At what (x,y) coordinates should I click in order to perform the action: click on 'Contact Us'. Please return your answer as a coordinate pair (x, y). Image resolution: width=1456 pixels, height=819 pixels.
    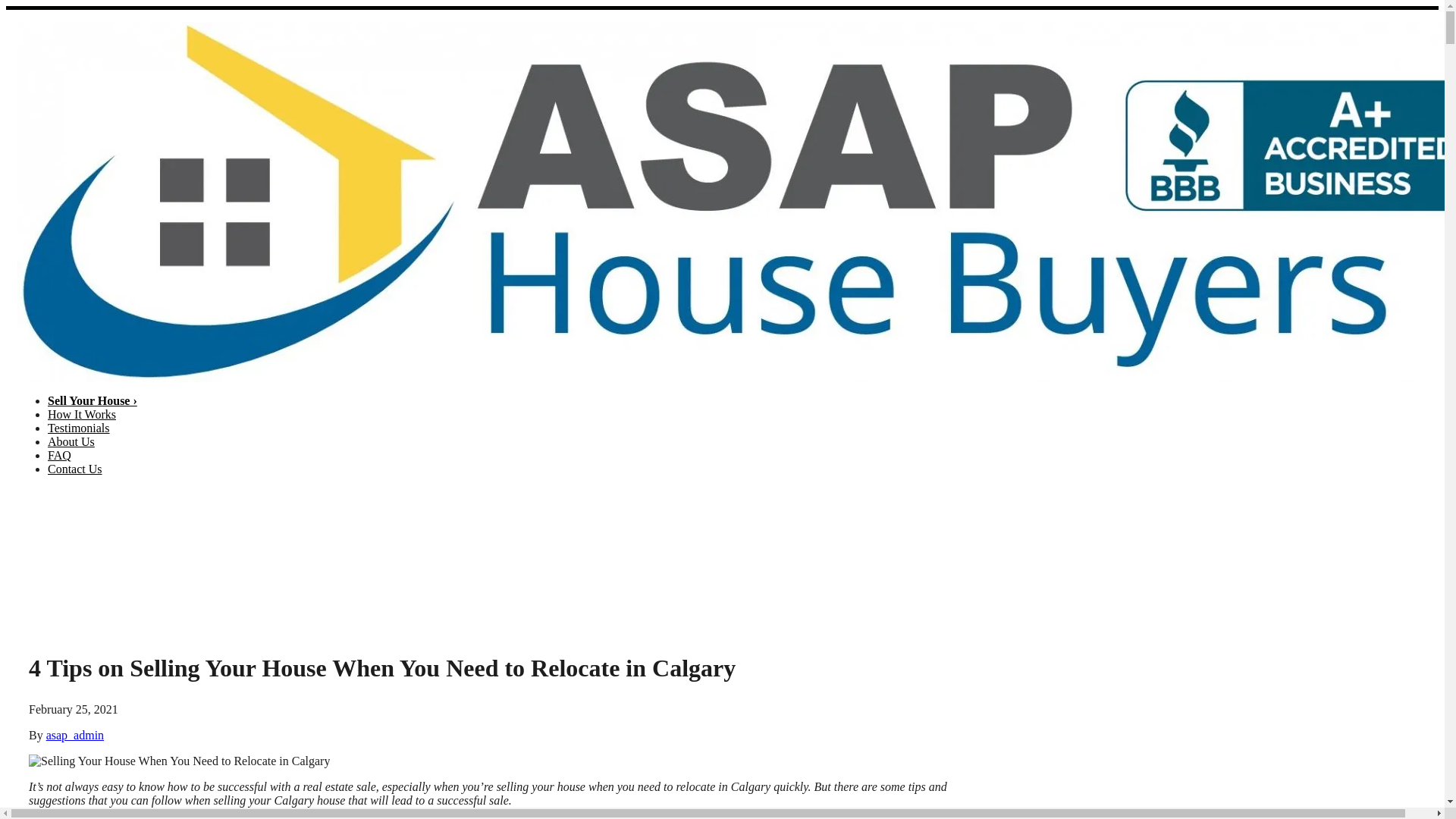
    Looking at the image, I should click on (74, 468).